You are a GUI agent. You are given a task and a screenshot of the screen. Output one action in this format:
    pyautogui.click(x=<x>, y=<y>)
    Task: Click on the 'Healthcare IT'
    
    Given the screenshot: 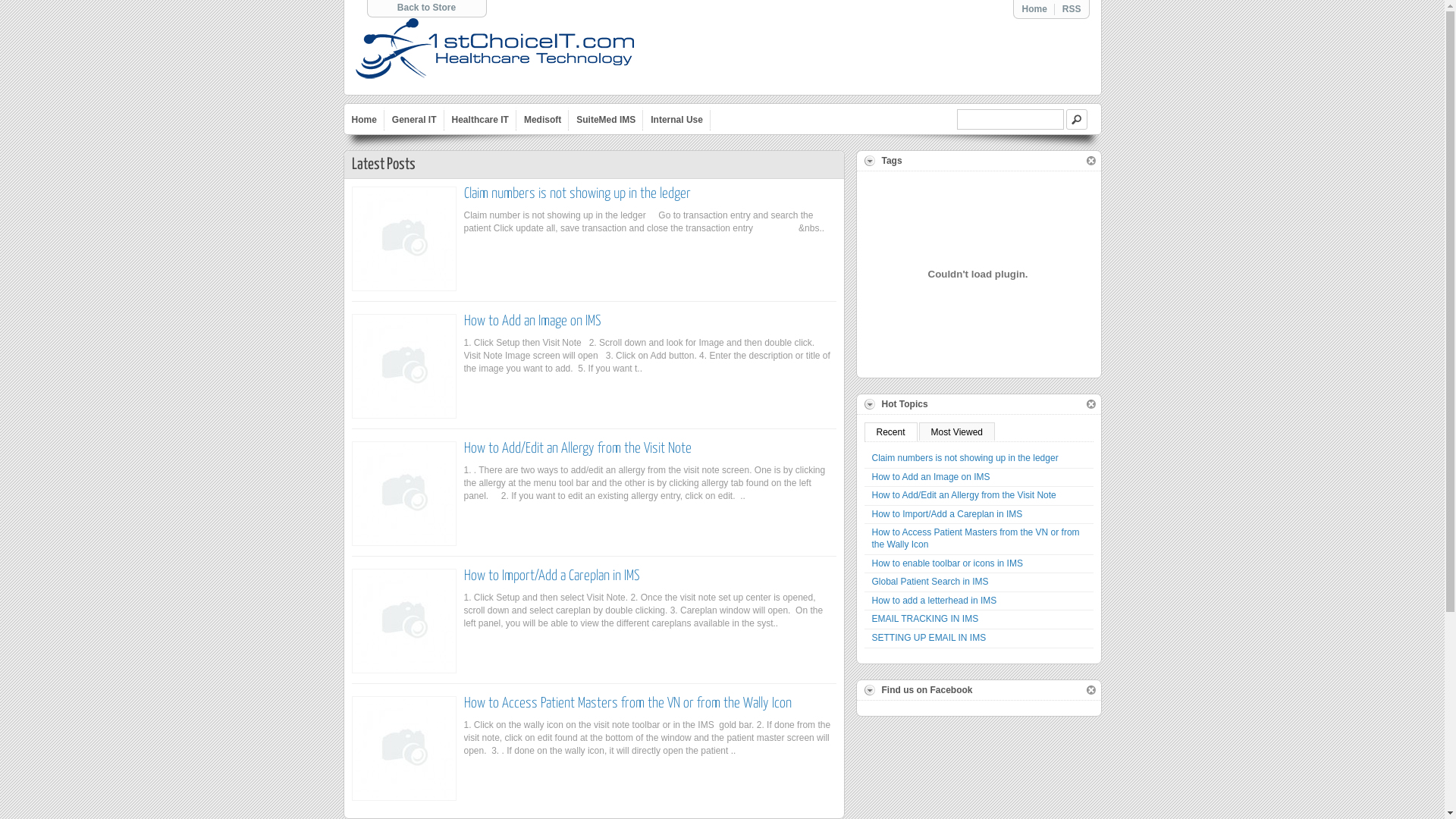 What is the action you would take?
    pyautogui.click(x=479, y=118)
    